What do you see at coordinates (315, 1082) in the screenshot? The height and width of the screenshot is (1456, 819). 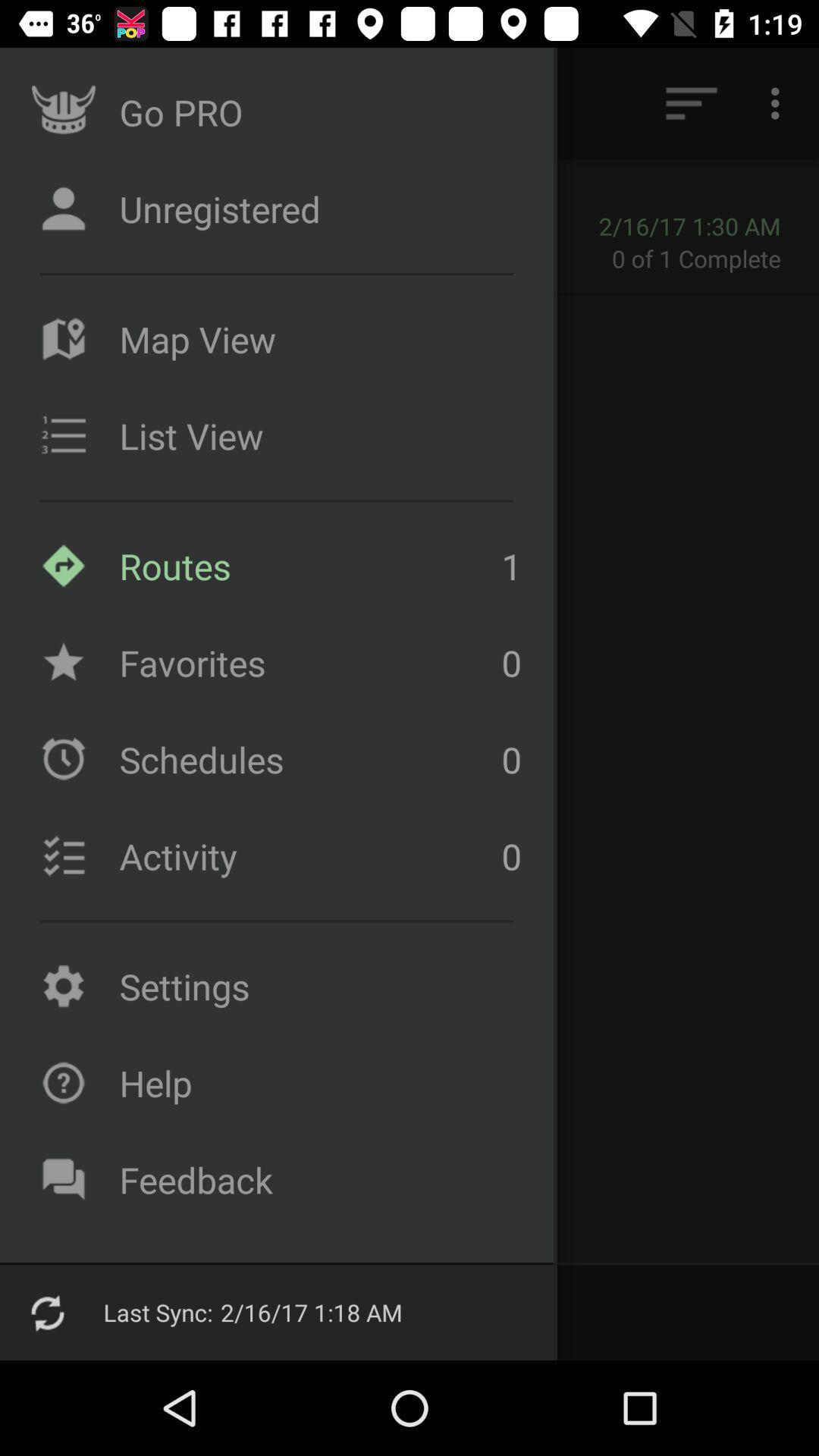 I see `the icon above the feedback item` at bounding box center [315, 1082].